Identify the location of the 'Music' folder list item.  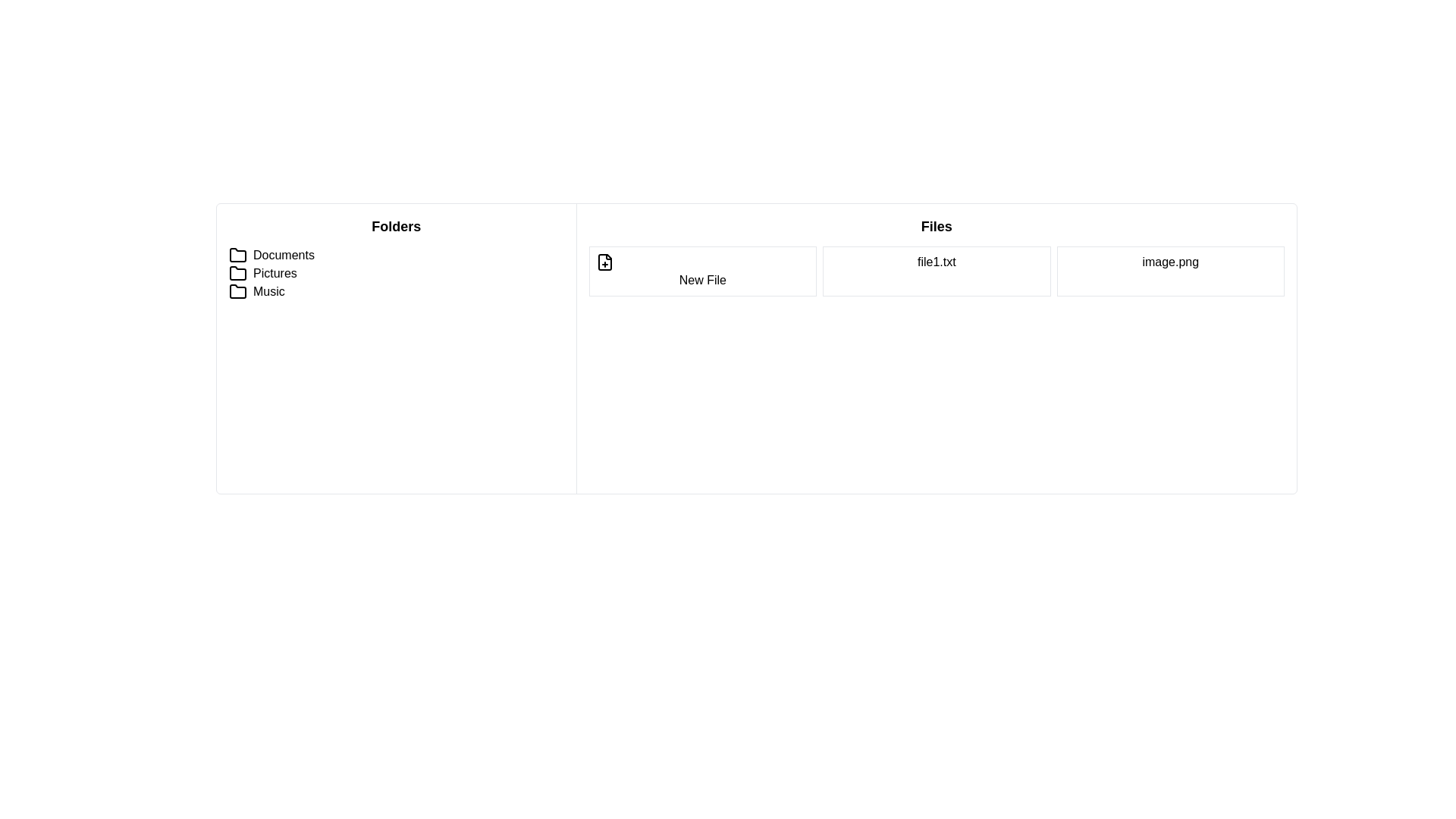
(396, 292).